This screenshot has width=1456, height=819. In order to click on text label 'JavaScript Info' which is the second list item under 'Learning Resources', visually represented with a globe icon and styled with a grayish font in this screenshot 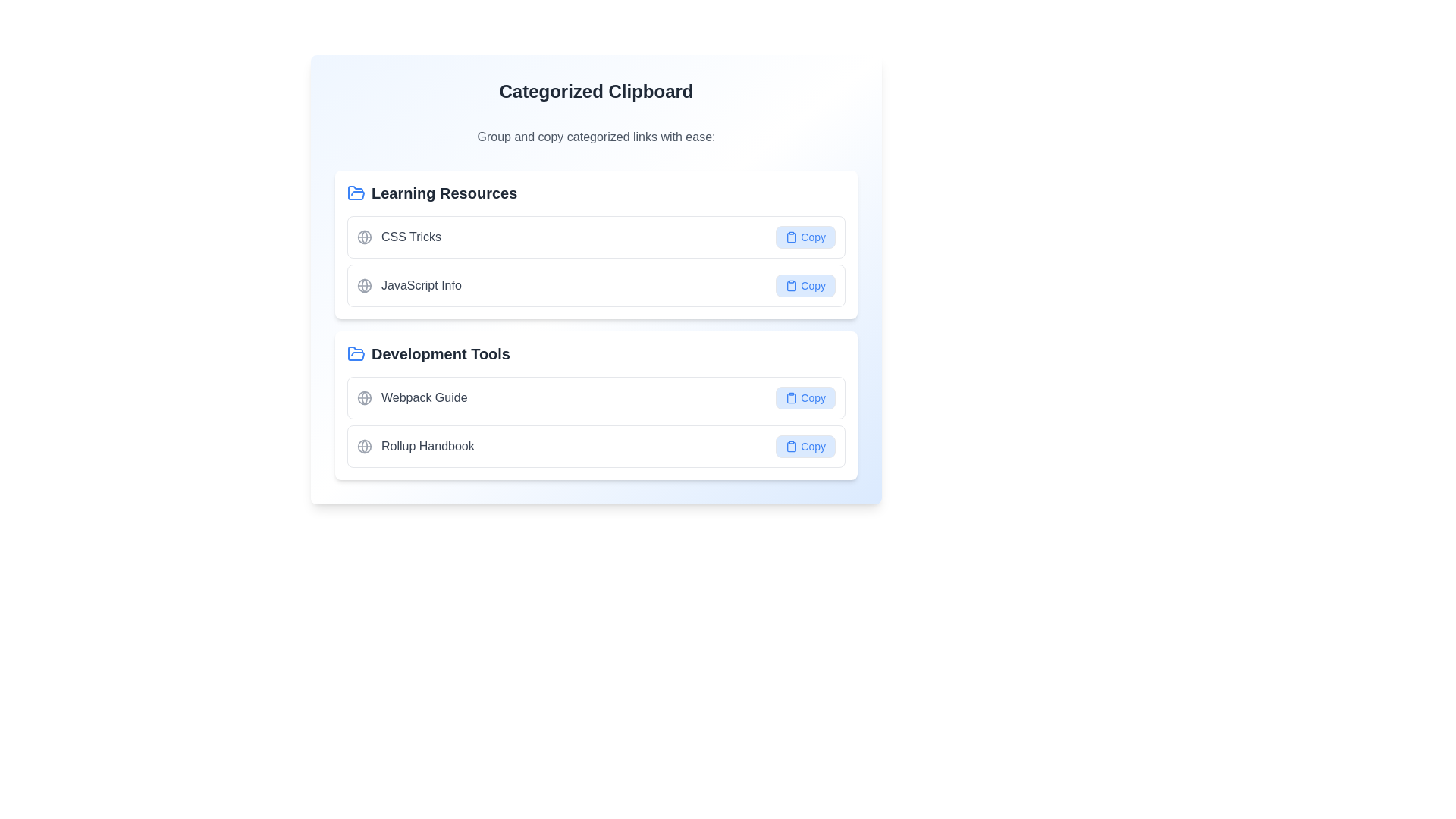, I will do `click(409, 286)`.